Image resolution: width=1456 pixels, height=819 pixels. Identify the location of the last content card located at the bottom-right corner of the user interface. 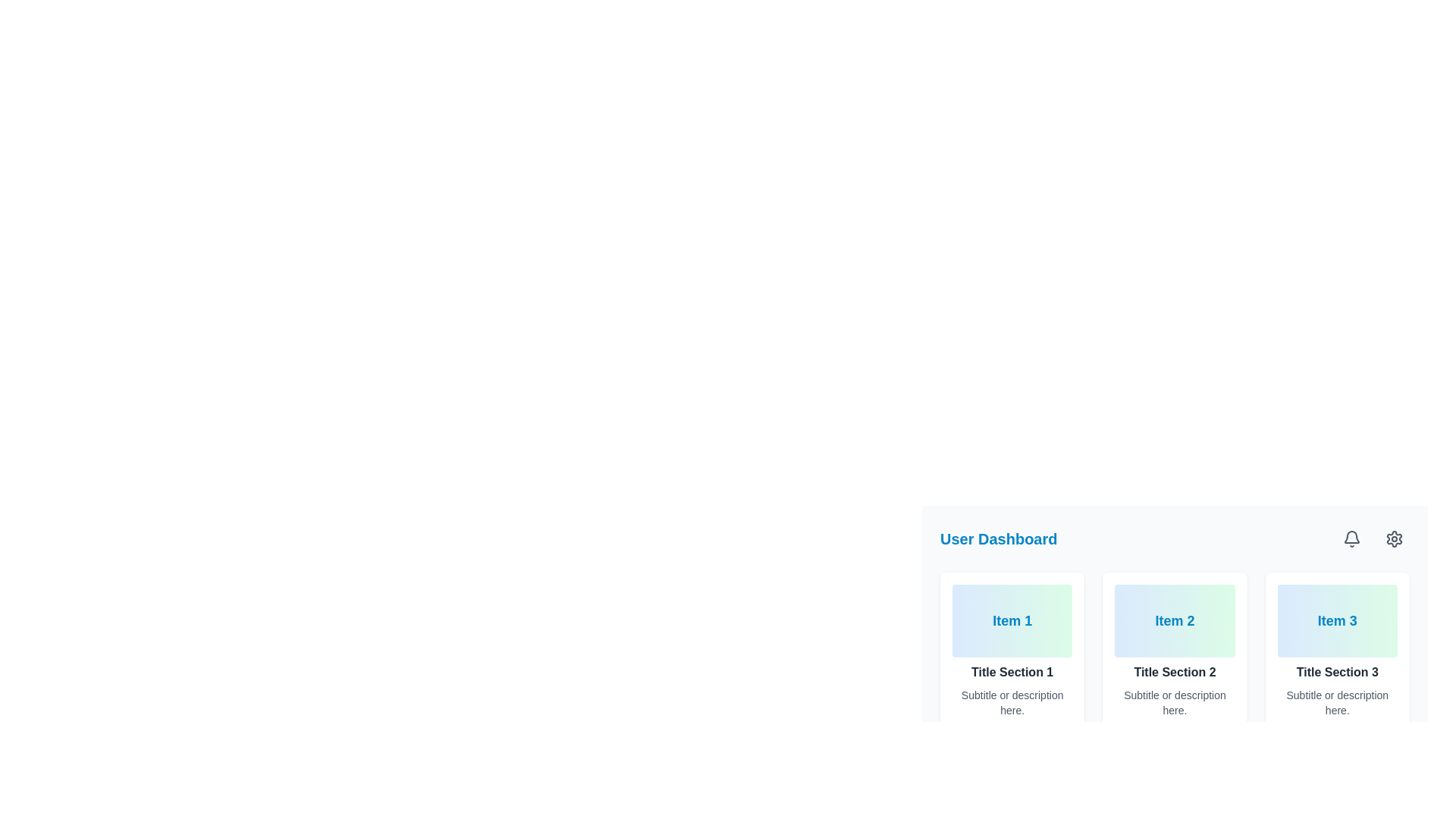
(1337, 651).